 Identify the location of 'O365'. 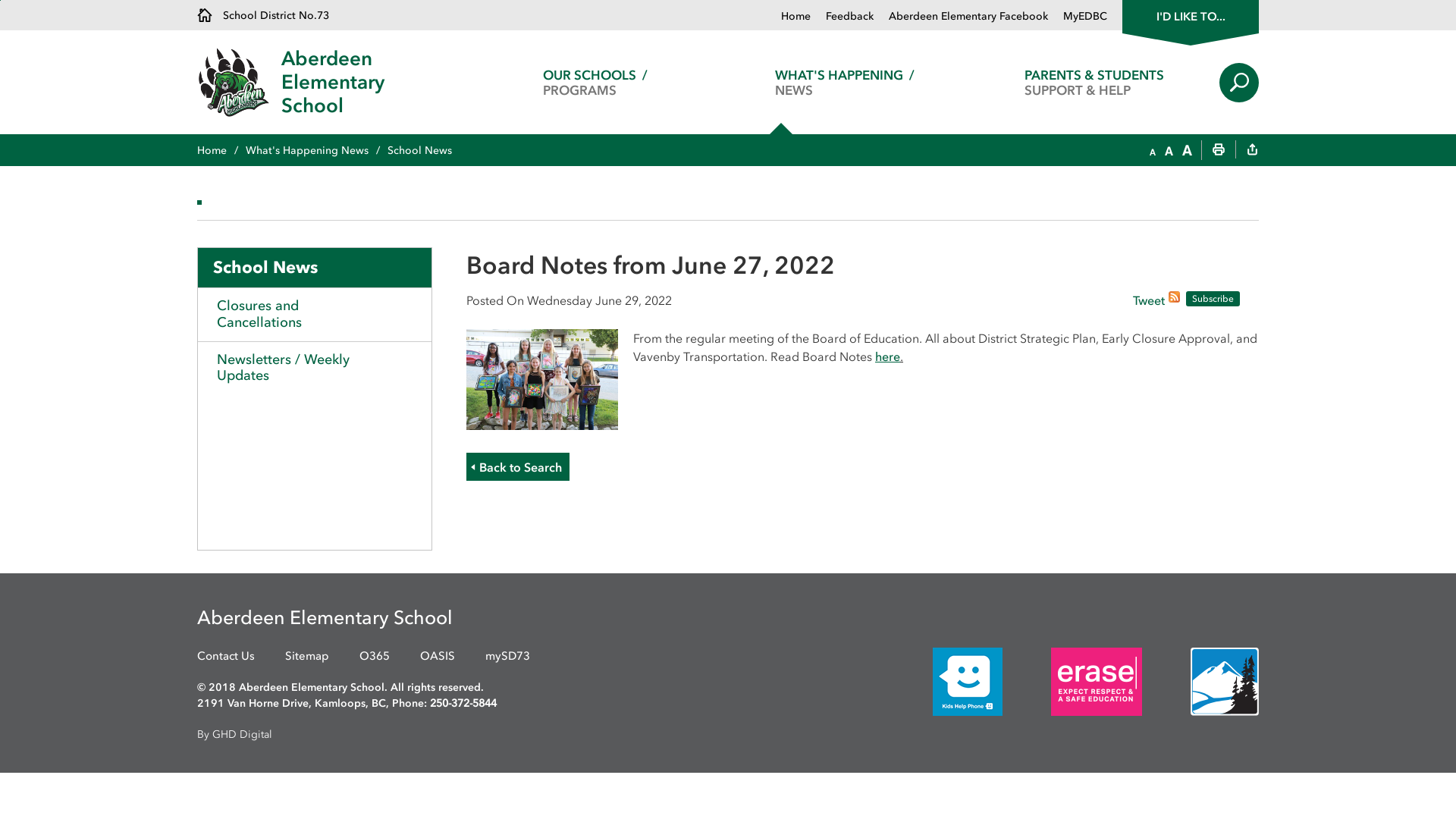
(359, 655).